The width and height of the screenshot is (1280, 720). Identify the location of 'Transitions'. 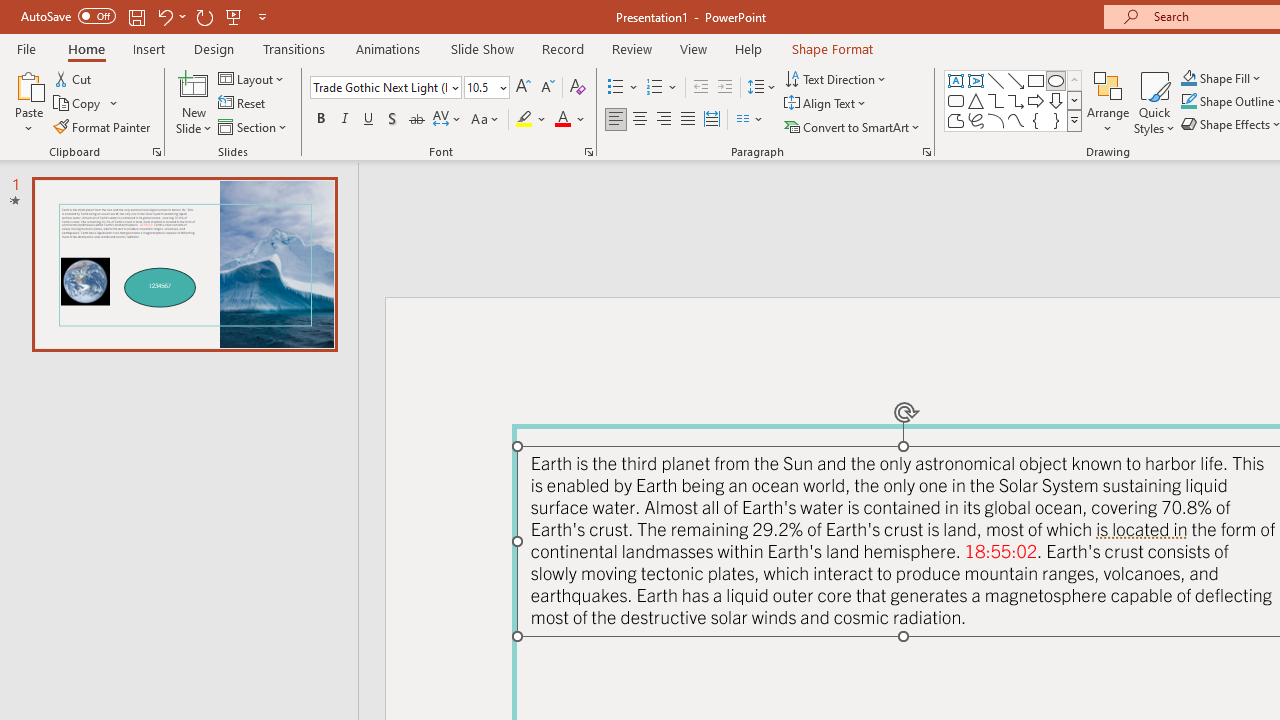
(294, 48).